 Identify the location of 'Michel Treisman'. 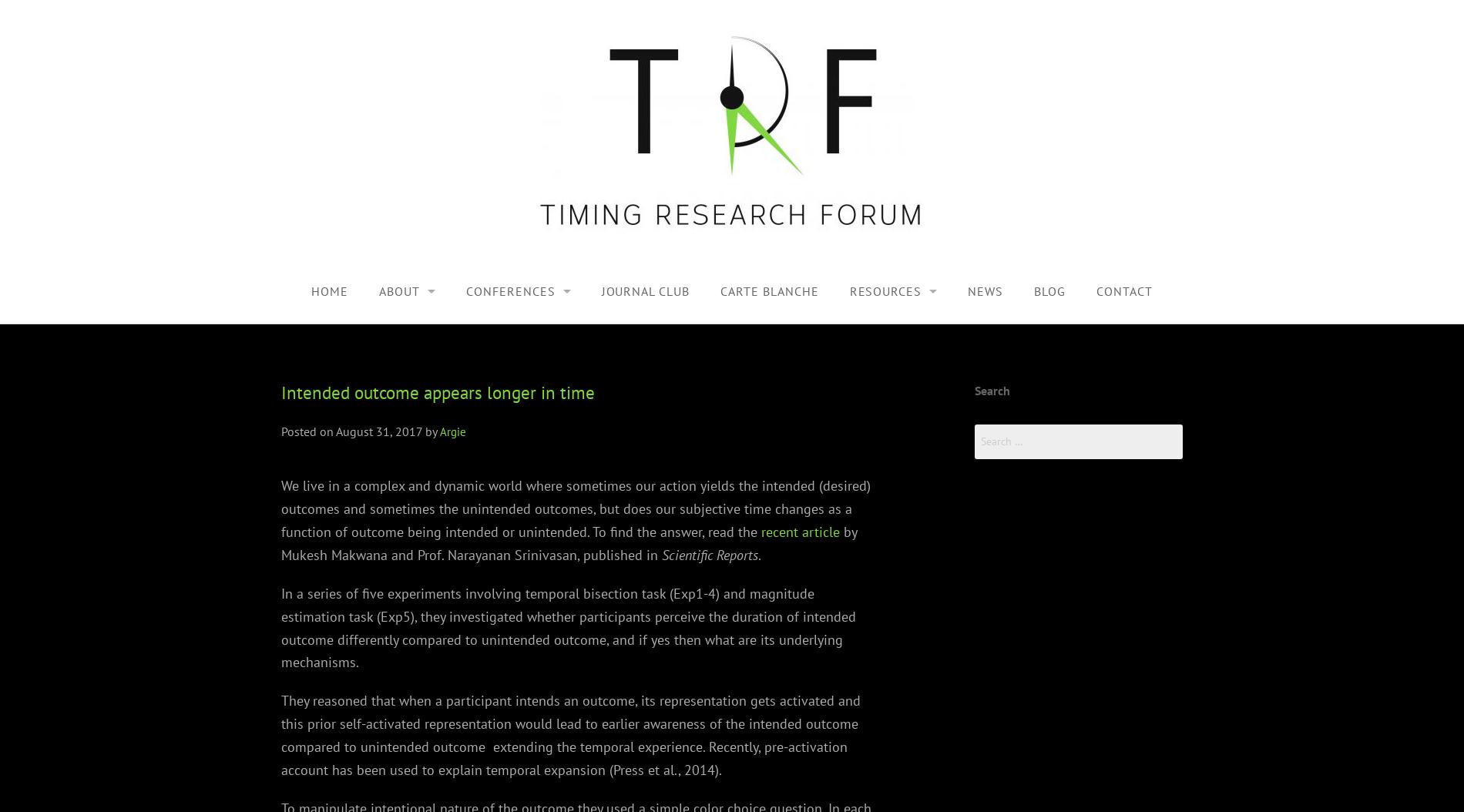
(436, 575).